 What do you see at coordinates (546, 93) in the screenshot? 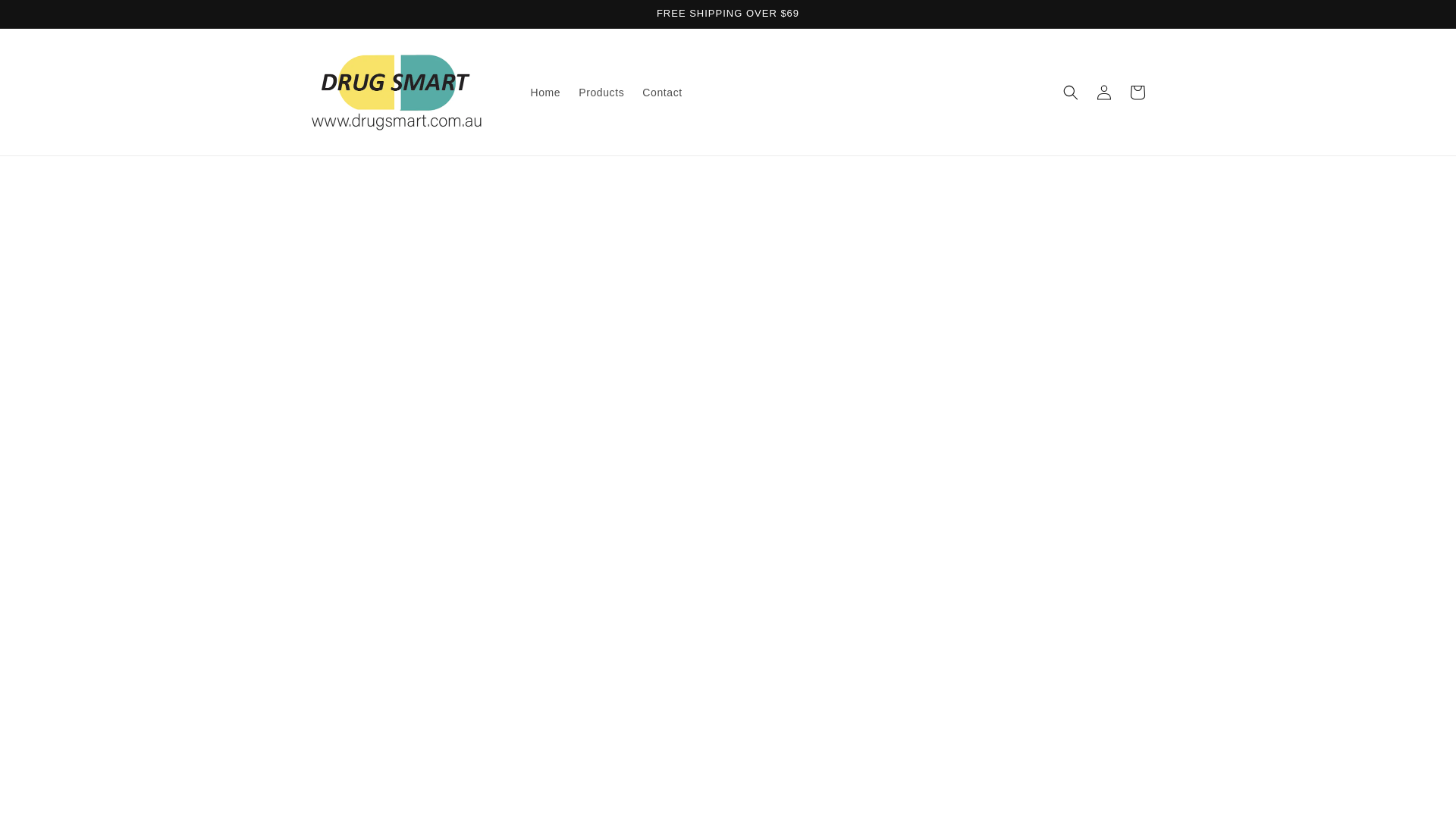
I see `'Home'` at bounding box center [546, 93].